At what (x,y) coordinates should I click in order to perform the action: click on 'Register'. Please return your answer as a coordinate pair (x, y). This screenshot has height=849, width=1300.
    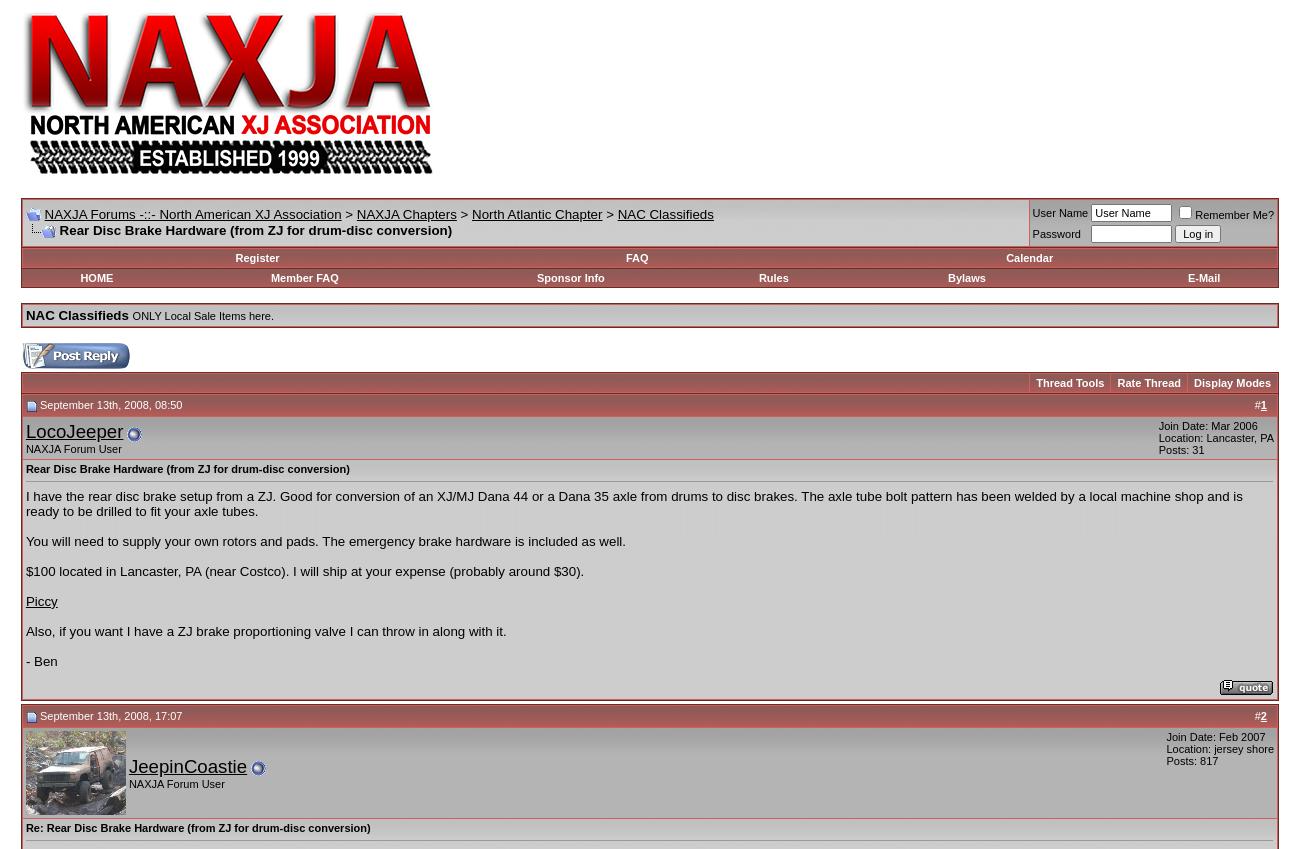
    Looking at the image, I should click on (234, 258).